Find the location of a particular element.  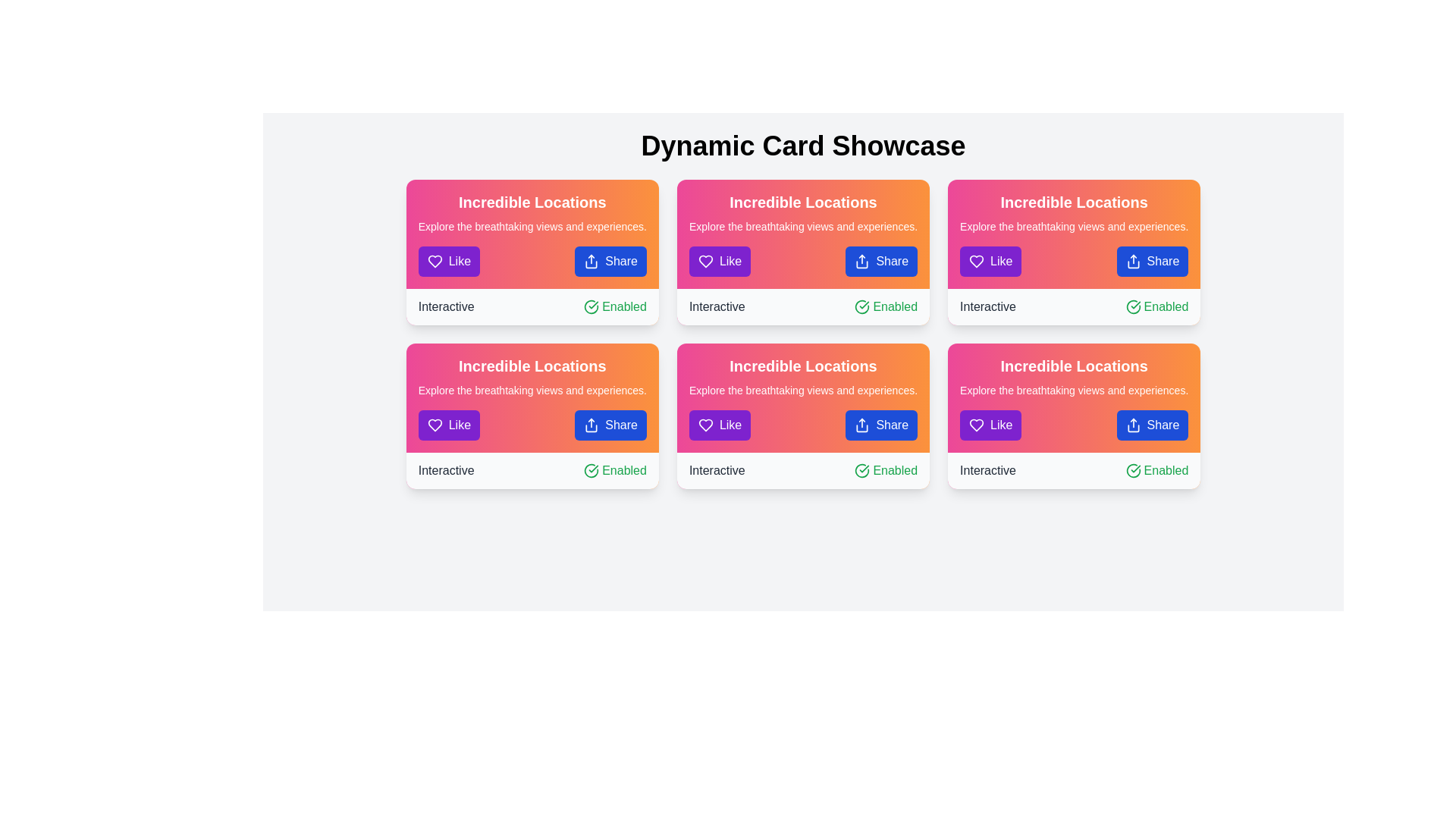

the 'Like' button on the fourth card in the first column of the second row, which has a gradient background and features white rounded corners is located at coordinates (532, 416).